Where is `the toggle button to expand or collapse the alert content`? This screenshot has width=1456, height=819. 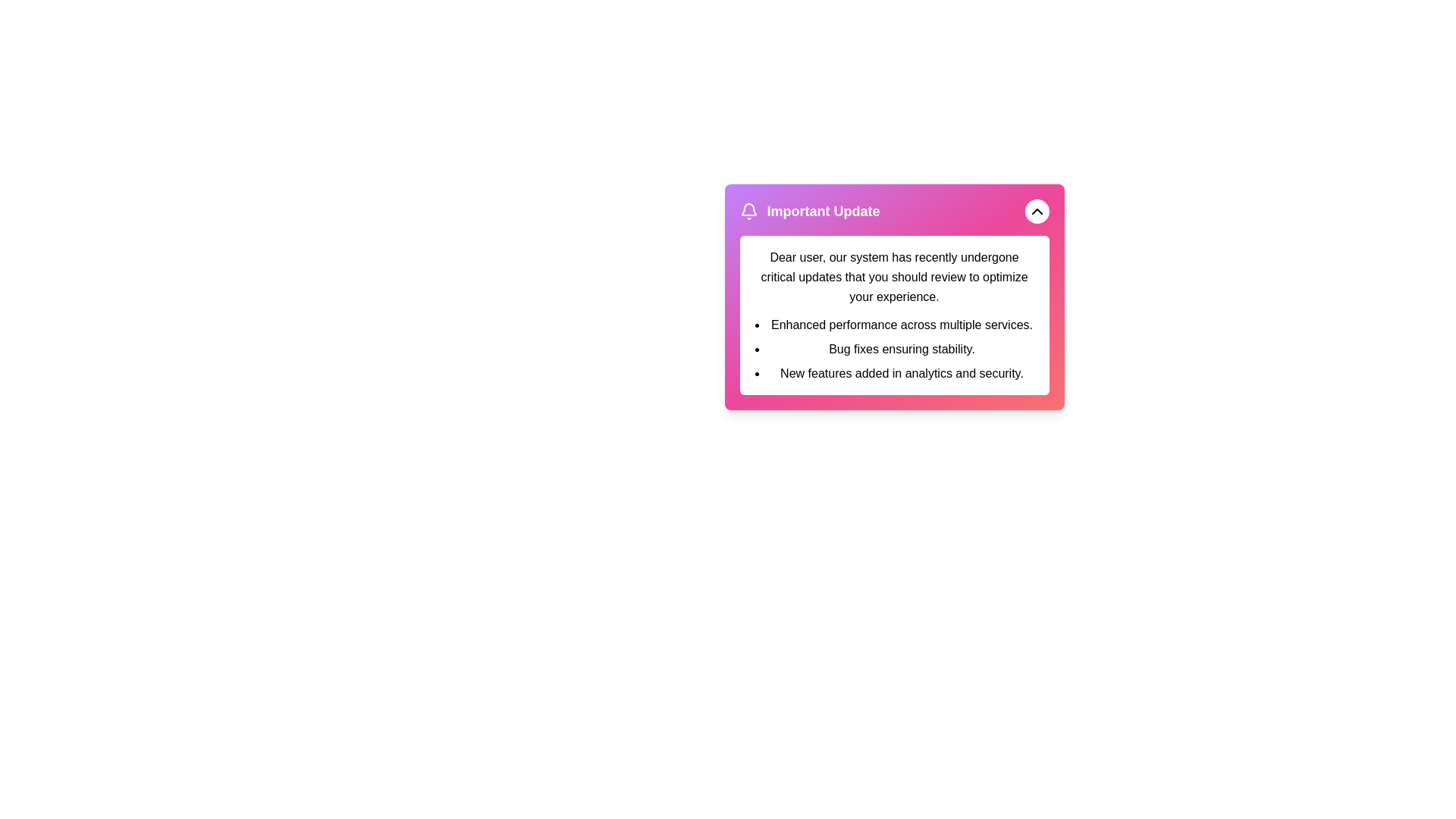
the toggle button to expand or collapse the alert content is located at coordinates (1036, 211).